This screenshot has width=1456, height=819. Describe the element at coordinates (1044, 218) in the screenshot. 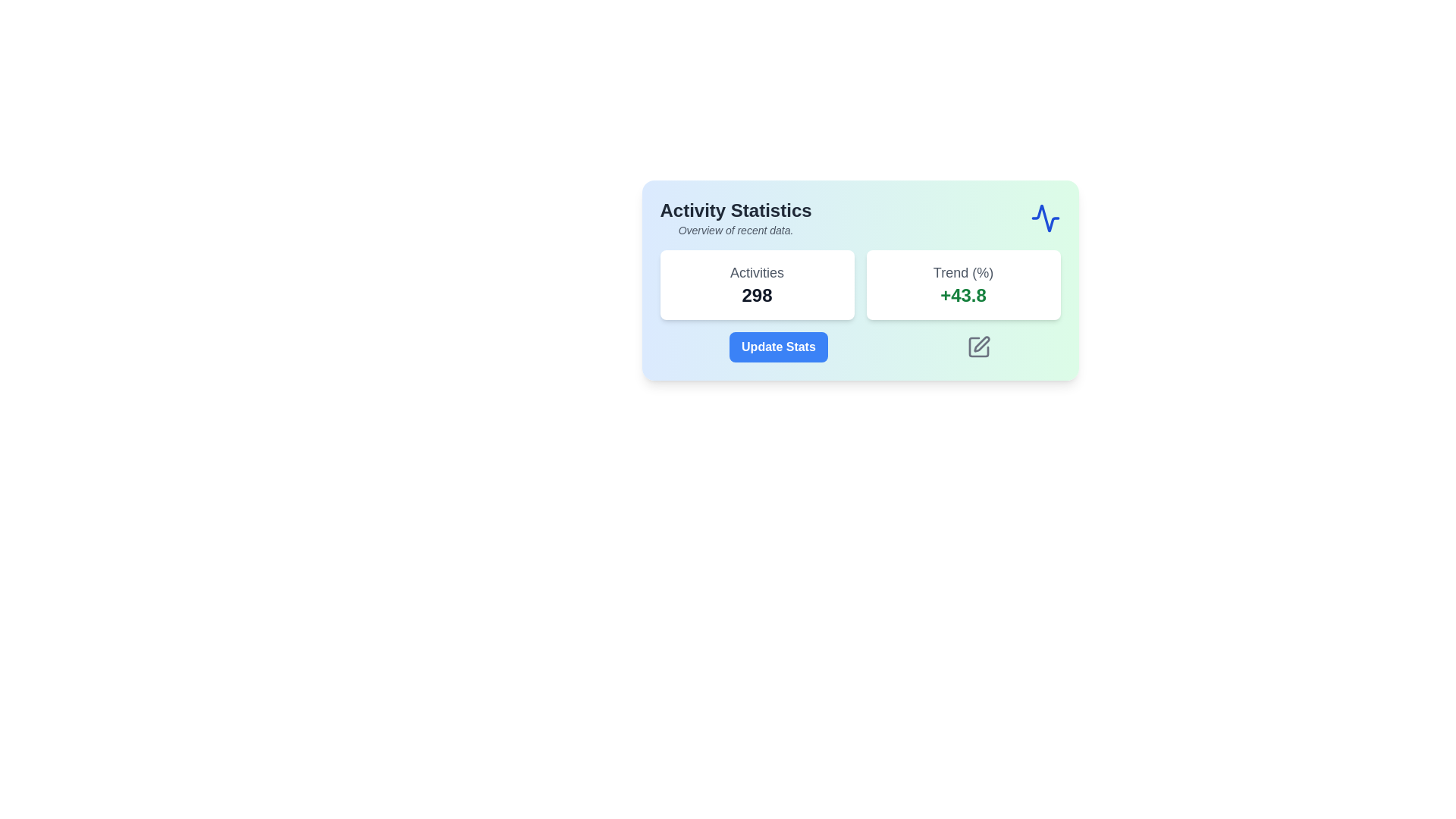

I see `the decorative icon representing activity statistics located at the top-right corner of the 'Activity Statistics' section` at that location.